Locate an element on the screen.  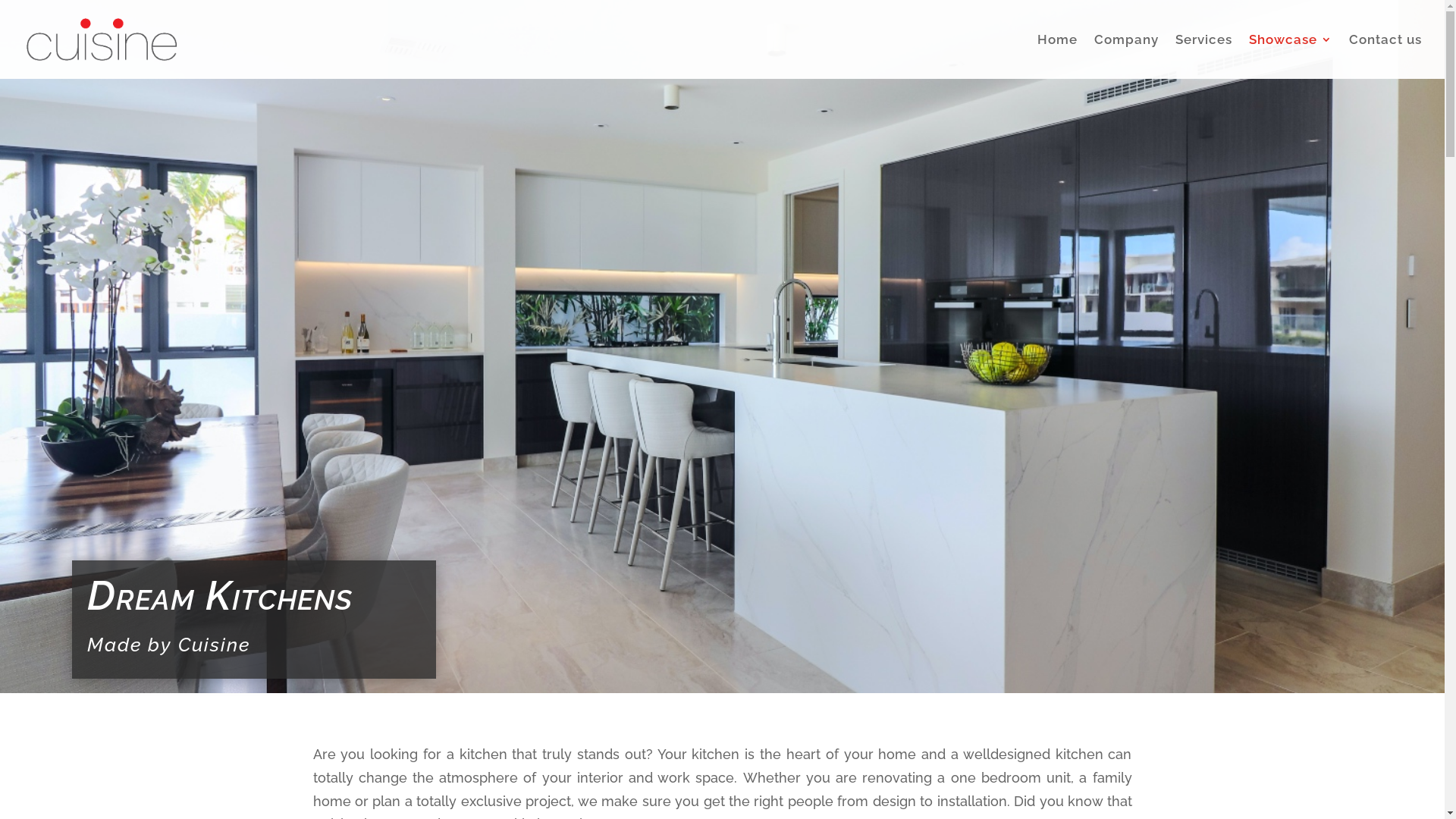
'Services' is located at coordinates (1175, 55).